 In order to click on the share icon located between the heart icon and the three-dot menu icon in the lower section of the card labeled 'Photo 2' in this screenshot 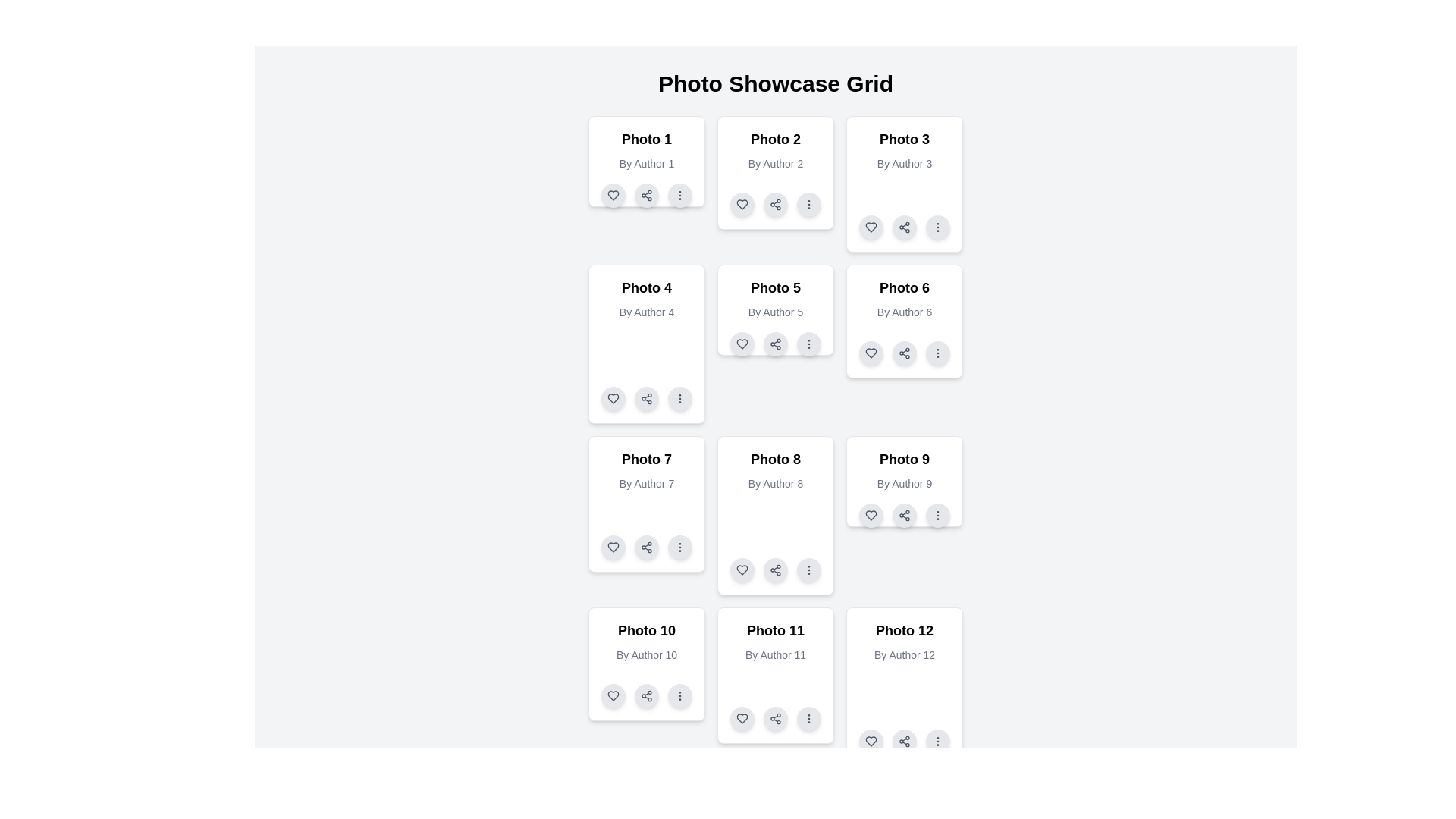, I will do `click(775, 205)`.